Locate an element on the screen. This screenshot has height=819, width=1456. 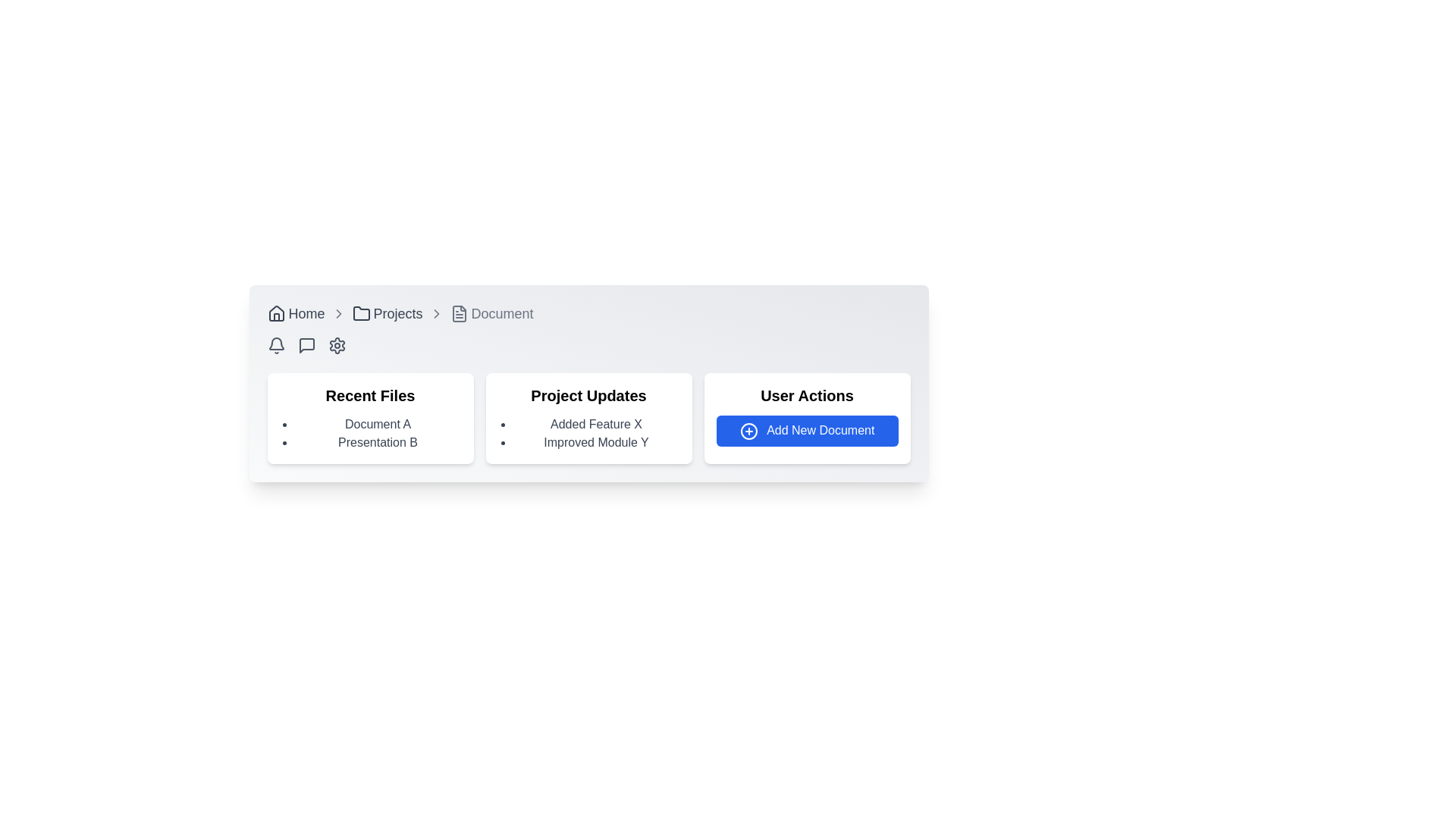
the second entry in the 'Recent Files' list, which displays a file name or document title, located below 'Document A' is located at coordinates (378, 442).